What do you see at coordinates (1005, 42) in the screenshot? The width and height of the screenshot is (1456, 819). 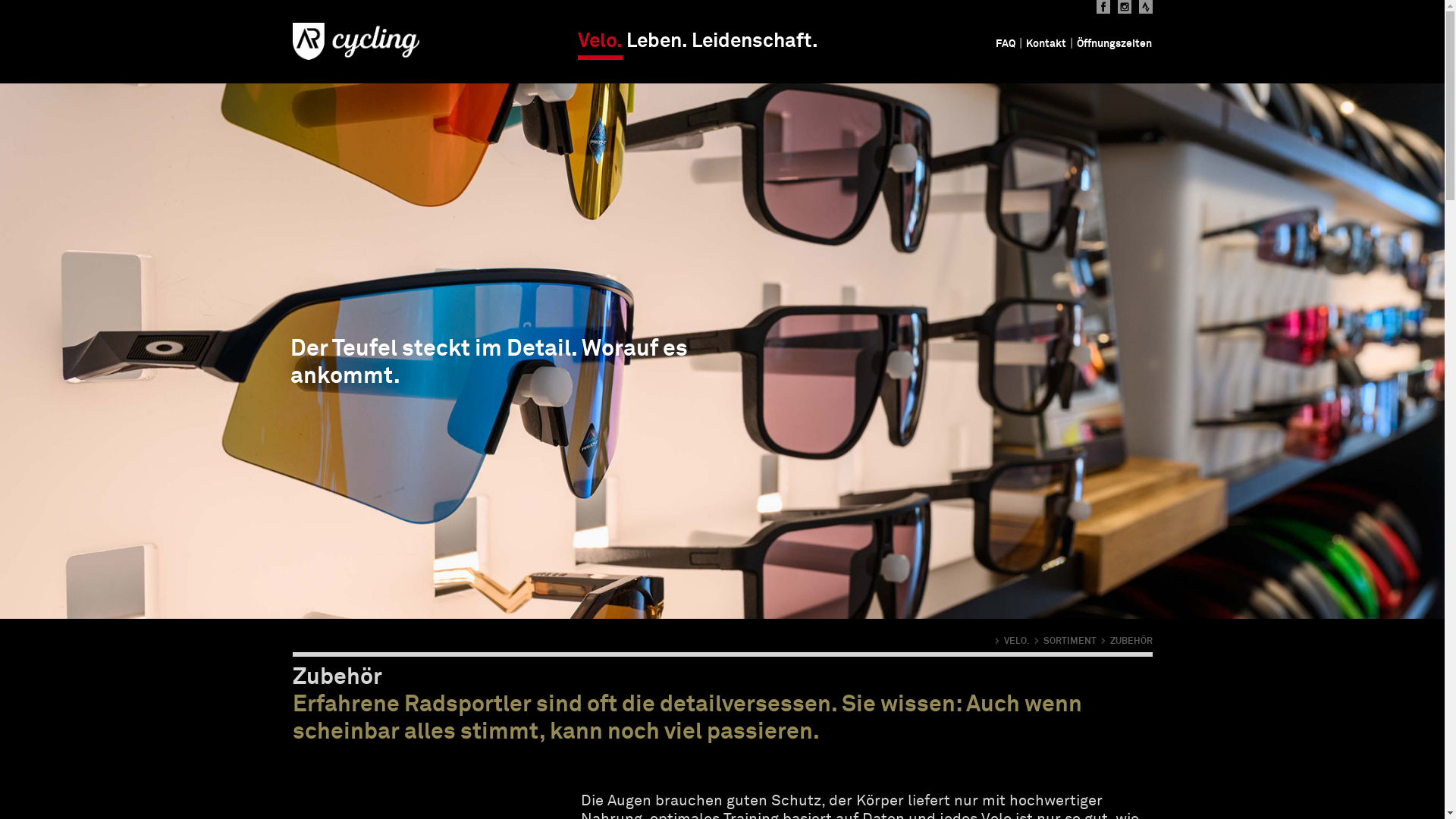 I see `'FAQ'` at bounding box center [1005, 42].